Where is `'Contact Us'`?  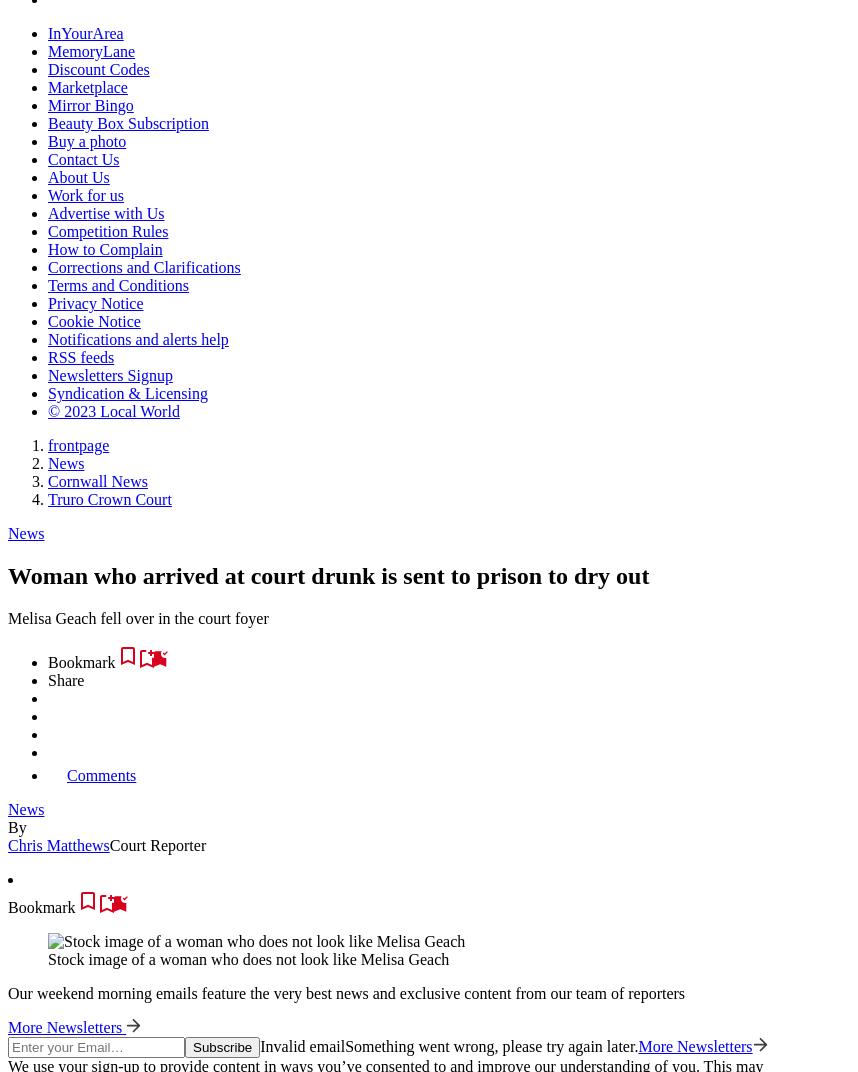
'Contact Us' is located at coordinates (82, 158).